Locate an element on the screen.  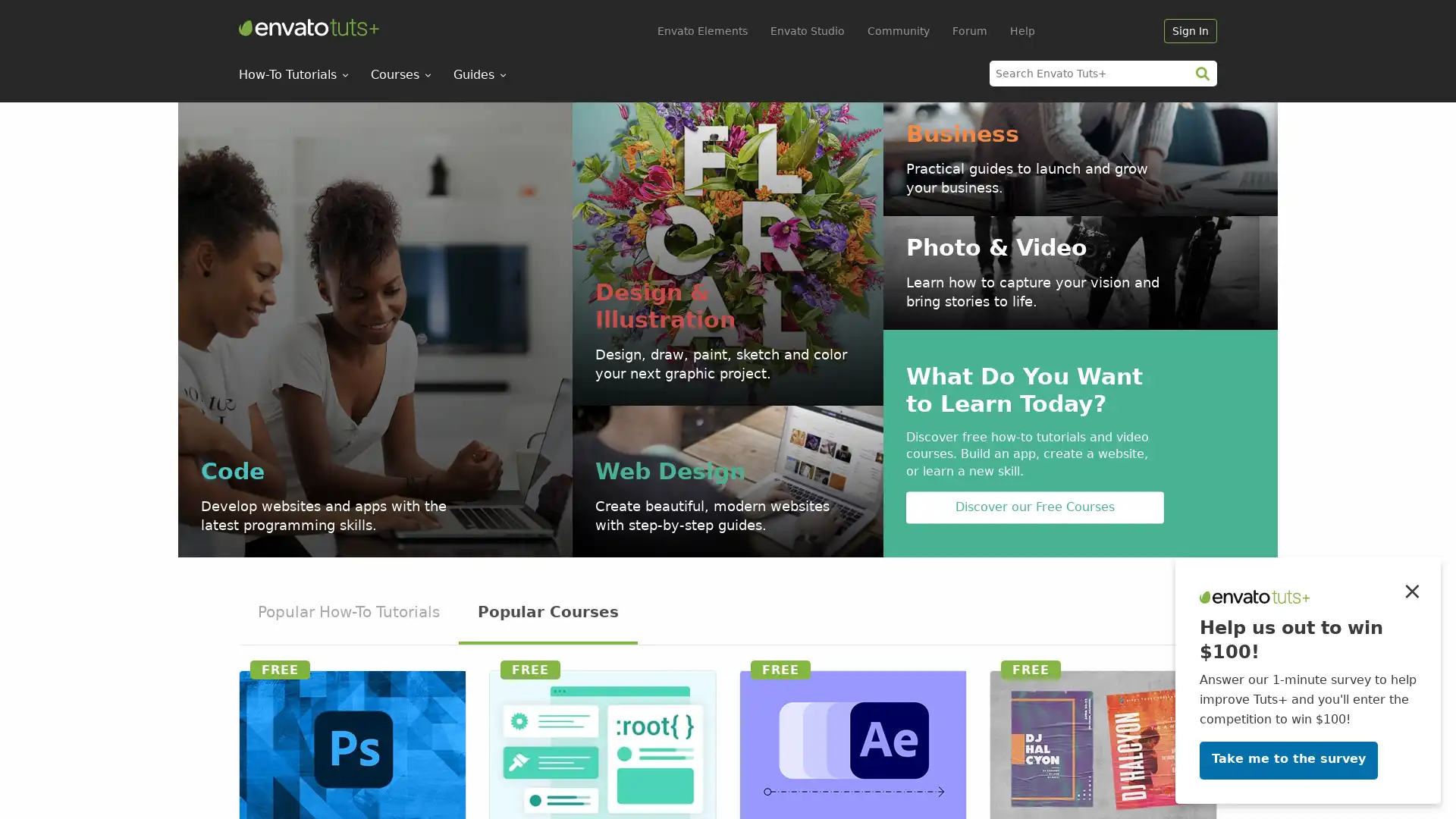
Close is located at coordinates (1411, 590).